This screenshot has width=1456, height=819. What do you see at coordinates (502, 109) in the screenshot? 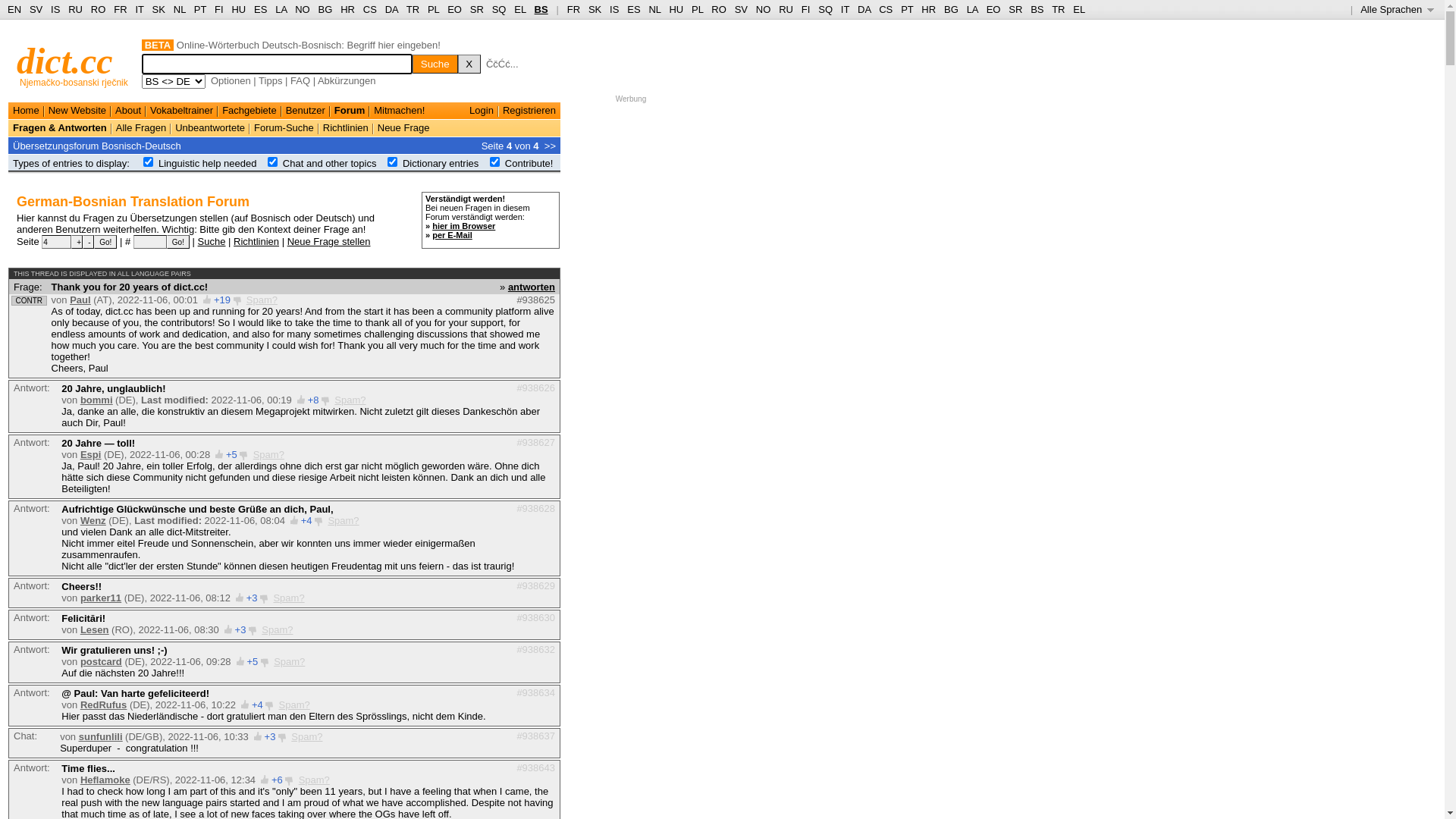
I see `'Registrieren'` at bounding box center [502, 109].